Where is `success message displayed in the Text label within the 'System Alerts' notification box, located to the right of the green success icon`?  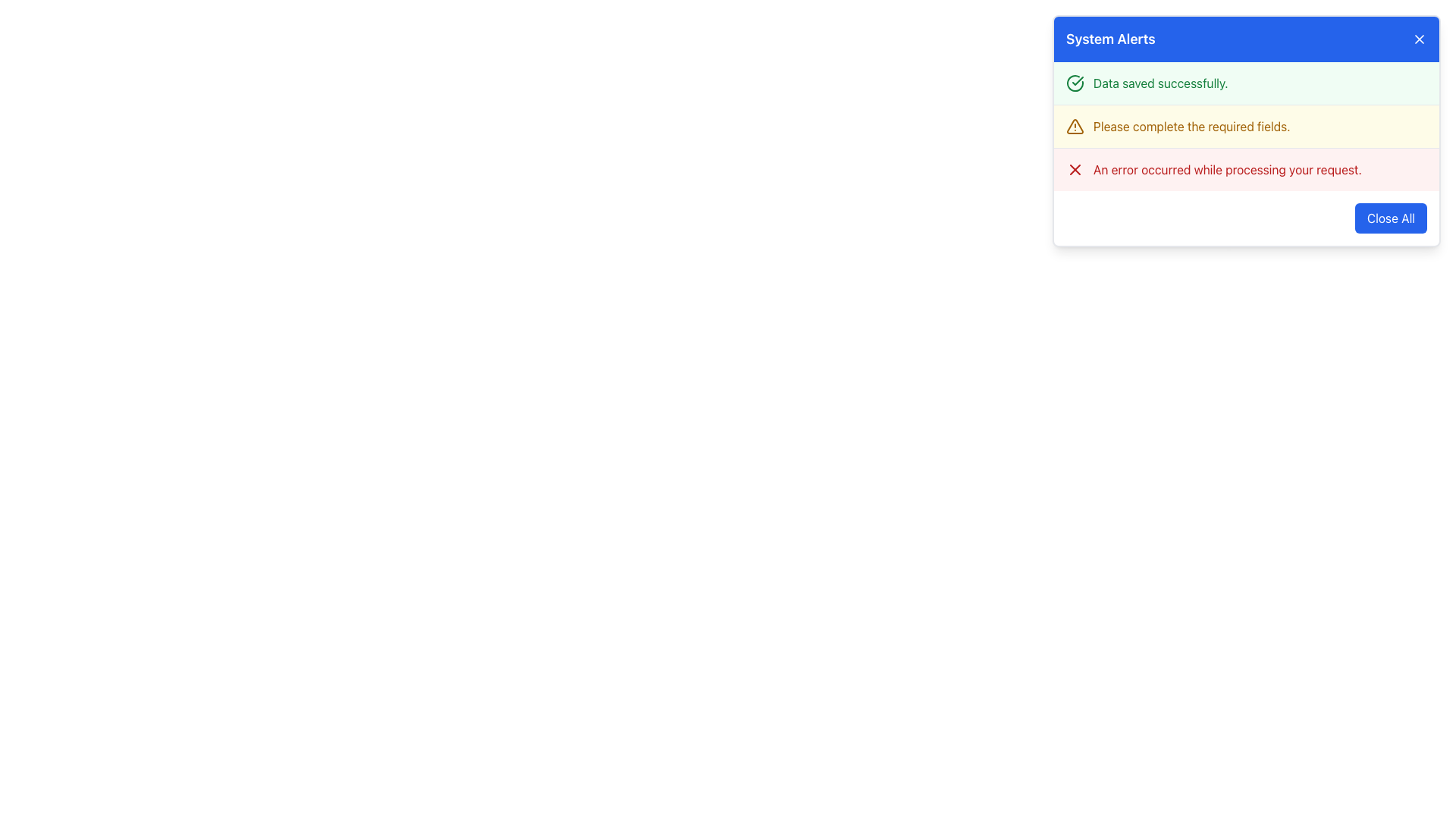
success message displayed in the Text label within the 'System Alerts' notification box, located to the right of the green success icon is located at coordinates (1159, 83).